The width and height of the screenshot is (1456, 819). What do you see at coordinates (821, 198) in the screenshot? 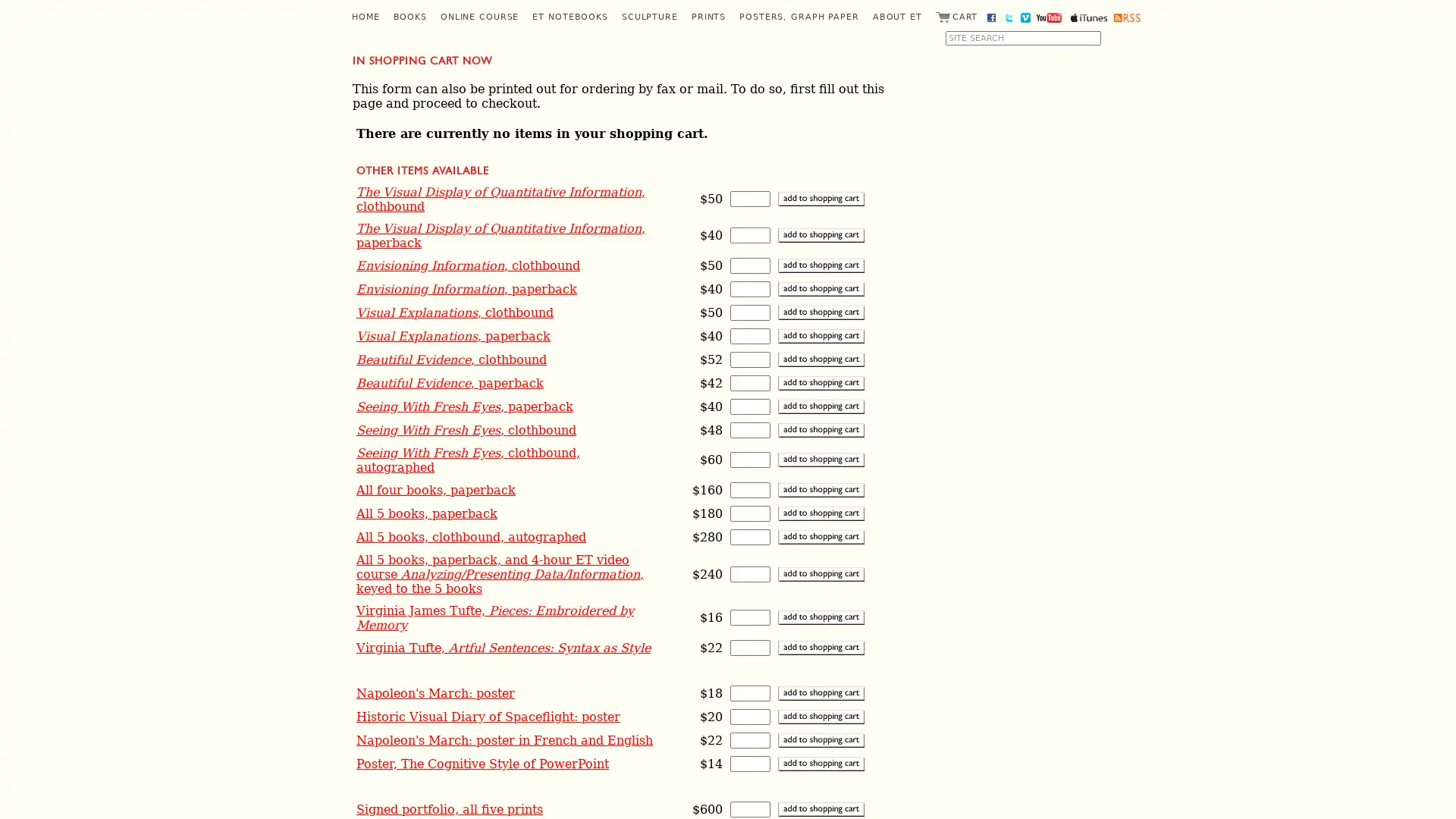
I see `add to shopping cart` at bounding box center [821, 198].